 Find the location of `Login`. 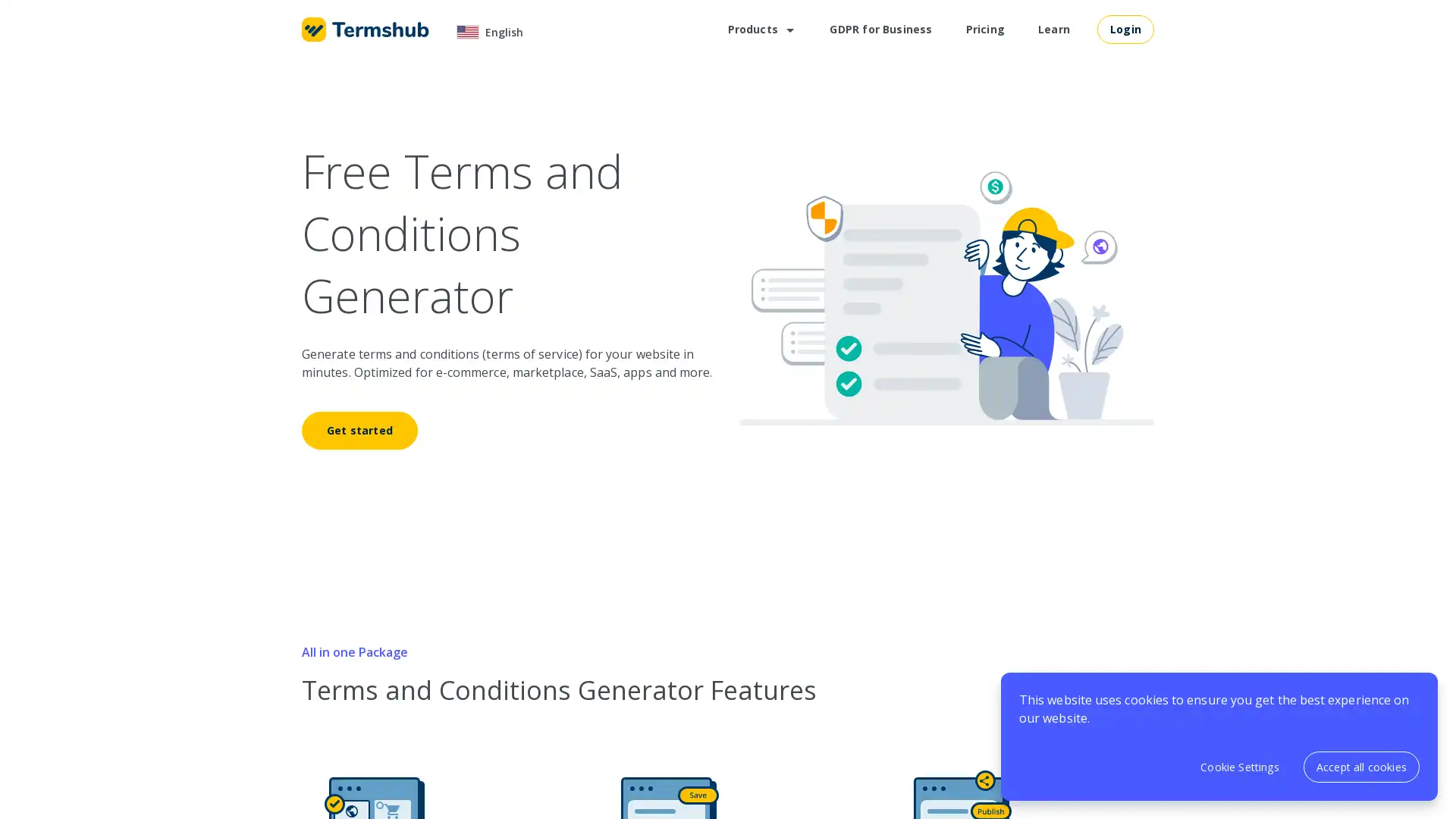

Login is located at coordinates (1125, 29).